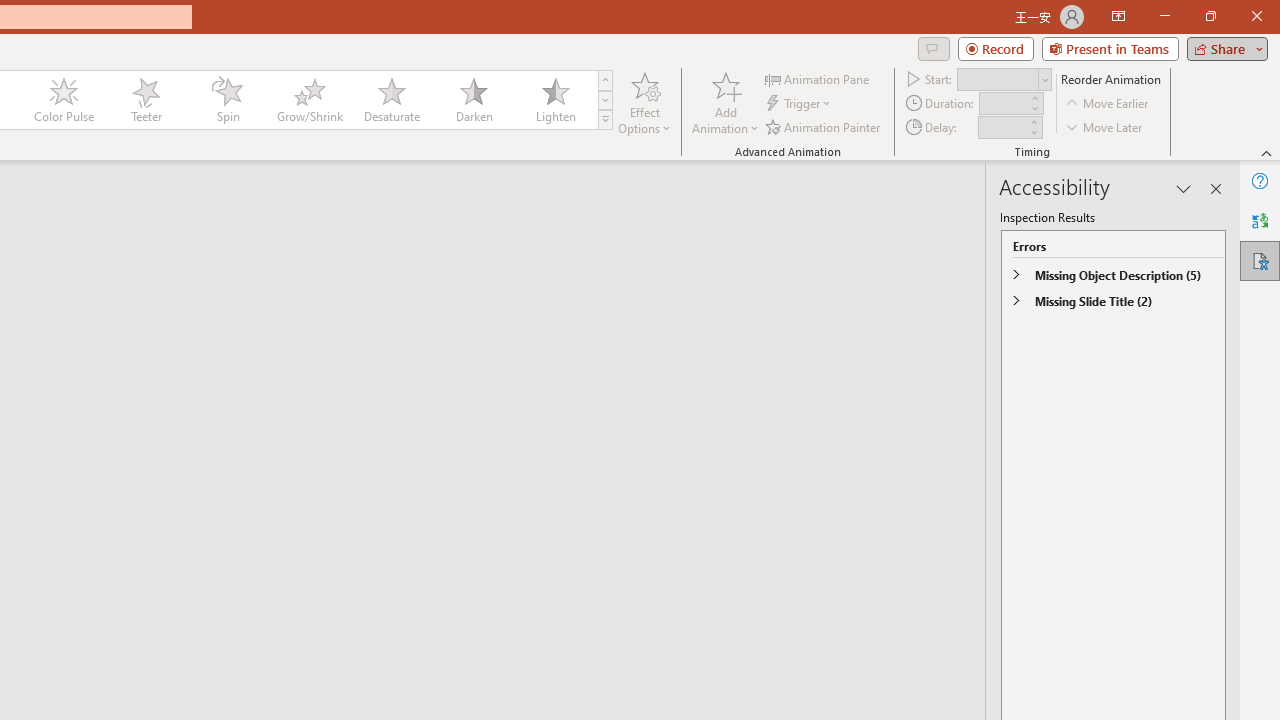 Image resolution: width=1280 pixels, height=720 pixels. Describe the element at coordinates (645, 103) in the screenshot. I see `'Effect Options'` at that location.